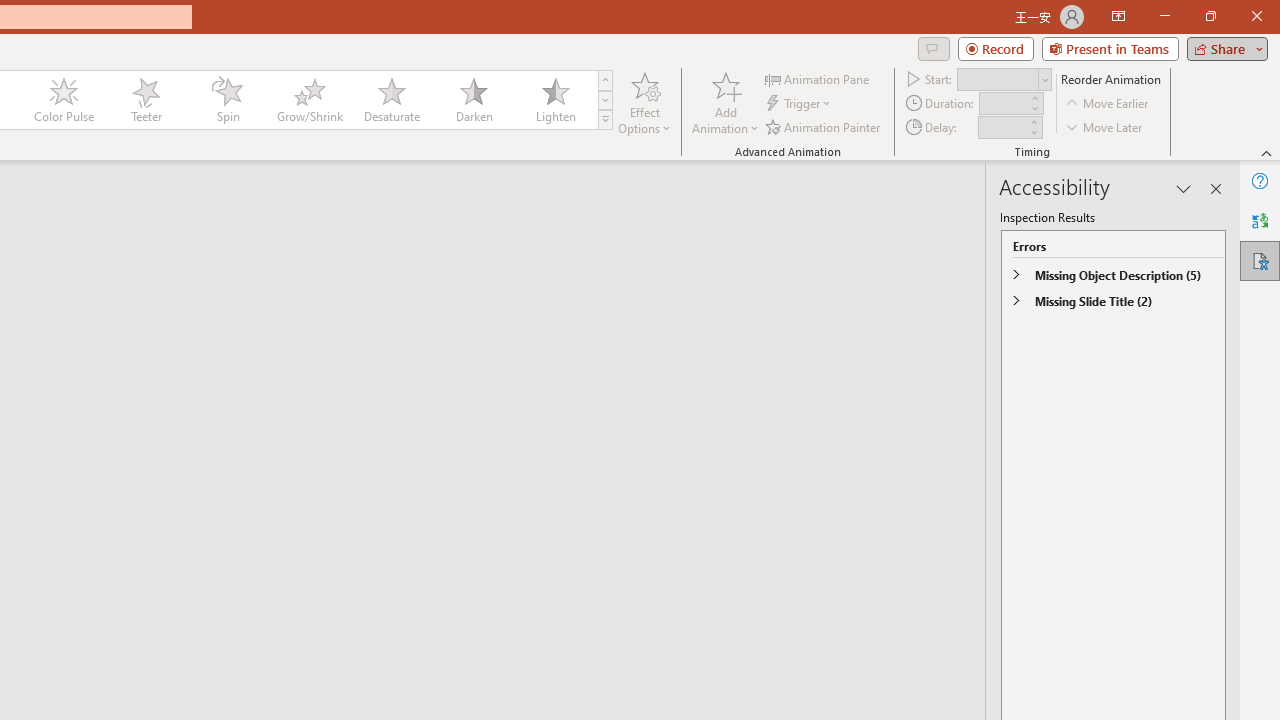 Image resolution: width=1280 pixels, height=720 pixels. Describe the element at coordinates (645, 103) in the screenshot. I see `'Effect Options'` at that location.